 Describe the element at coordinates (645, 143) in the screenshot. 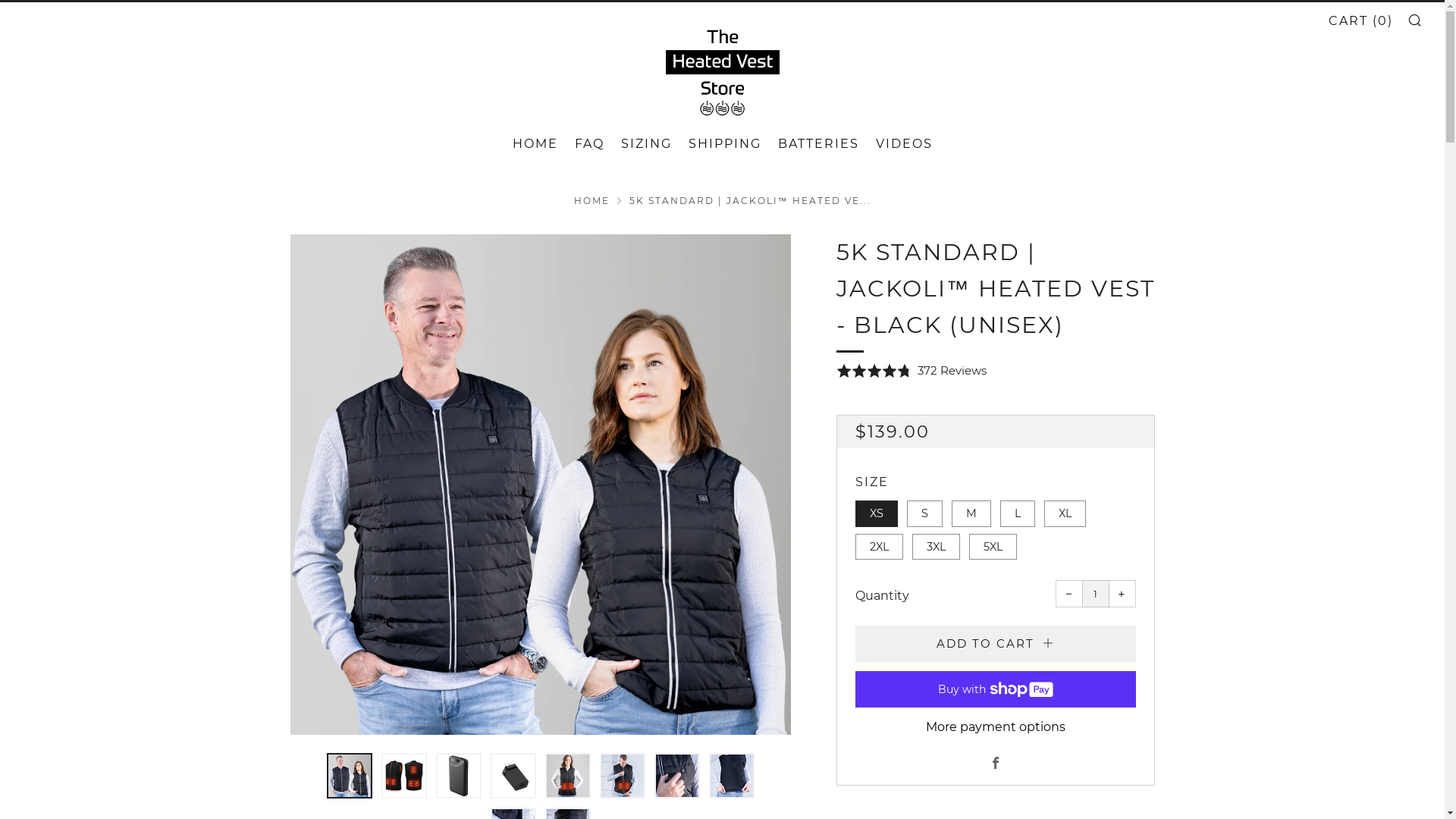

I see `'SIZING'` at that location.